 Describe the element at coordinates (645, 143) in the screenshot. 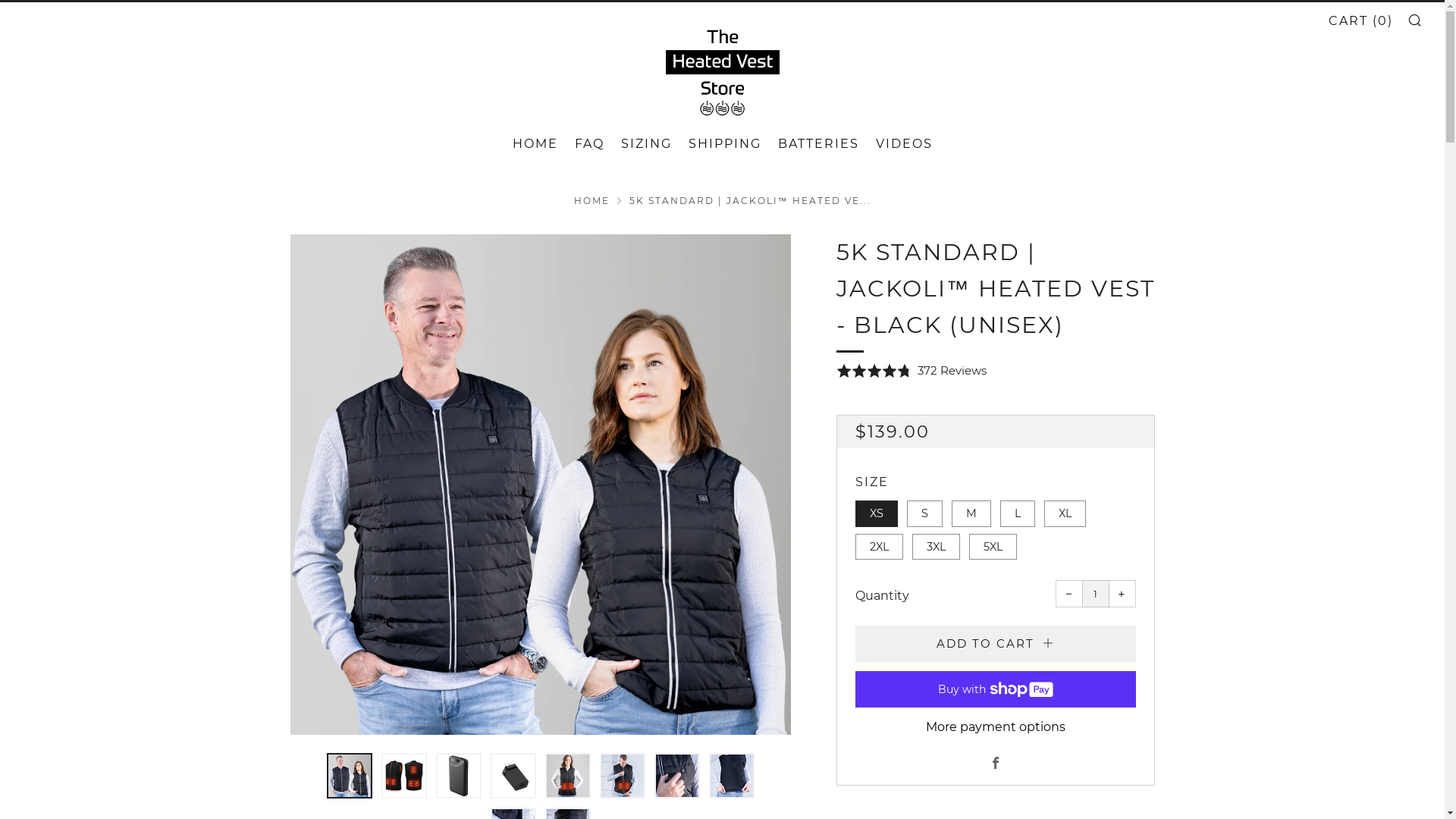

I see `'SIZING'` at that location.